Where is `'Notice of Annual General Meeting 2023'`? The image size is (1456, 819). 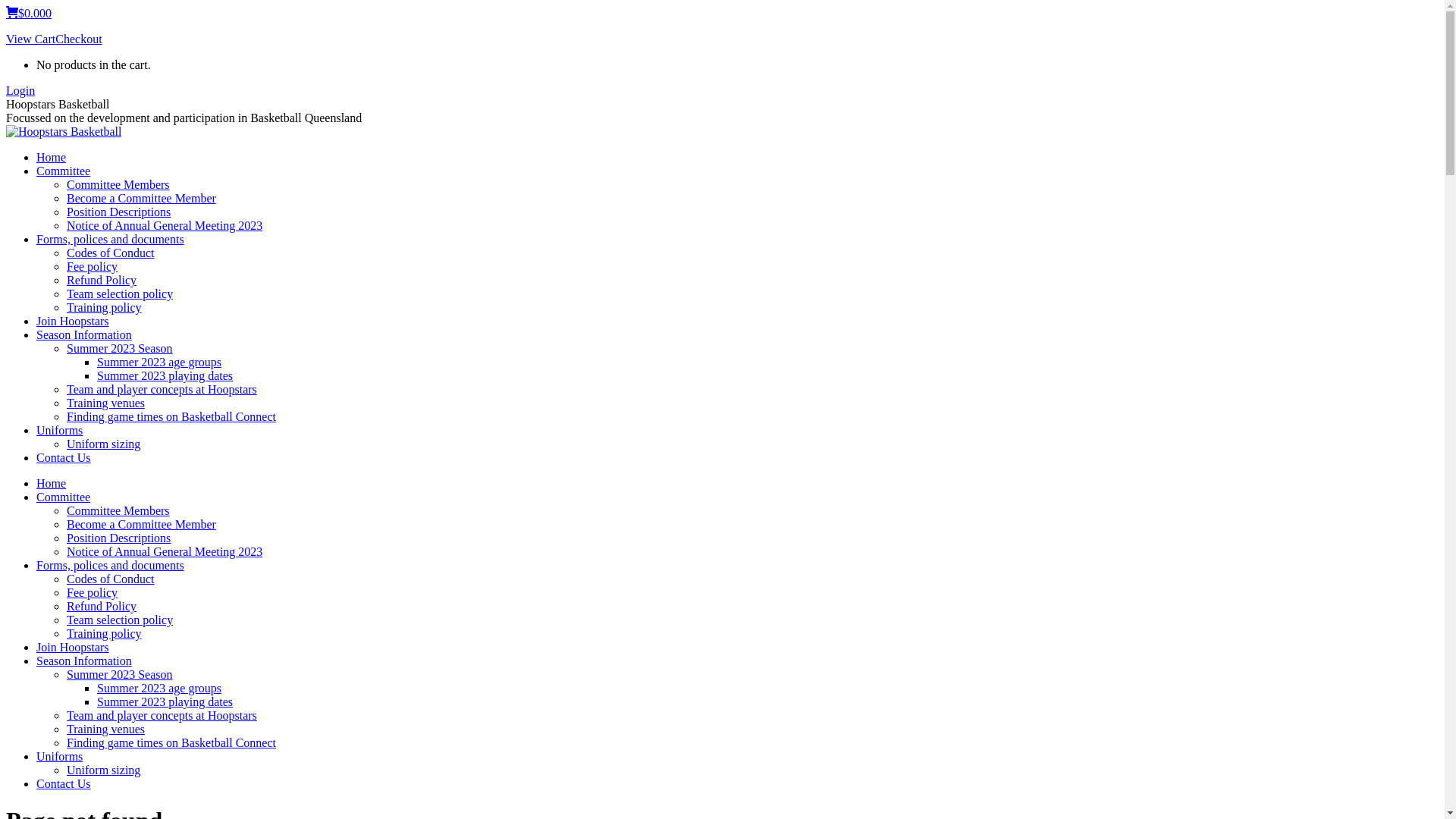 'Notice of Annual General Meeting 2023' is located at coordinates (164, 225).